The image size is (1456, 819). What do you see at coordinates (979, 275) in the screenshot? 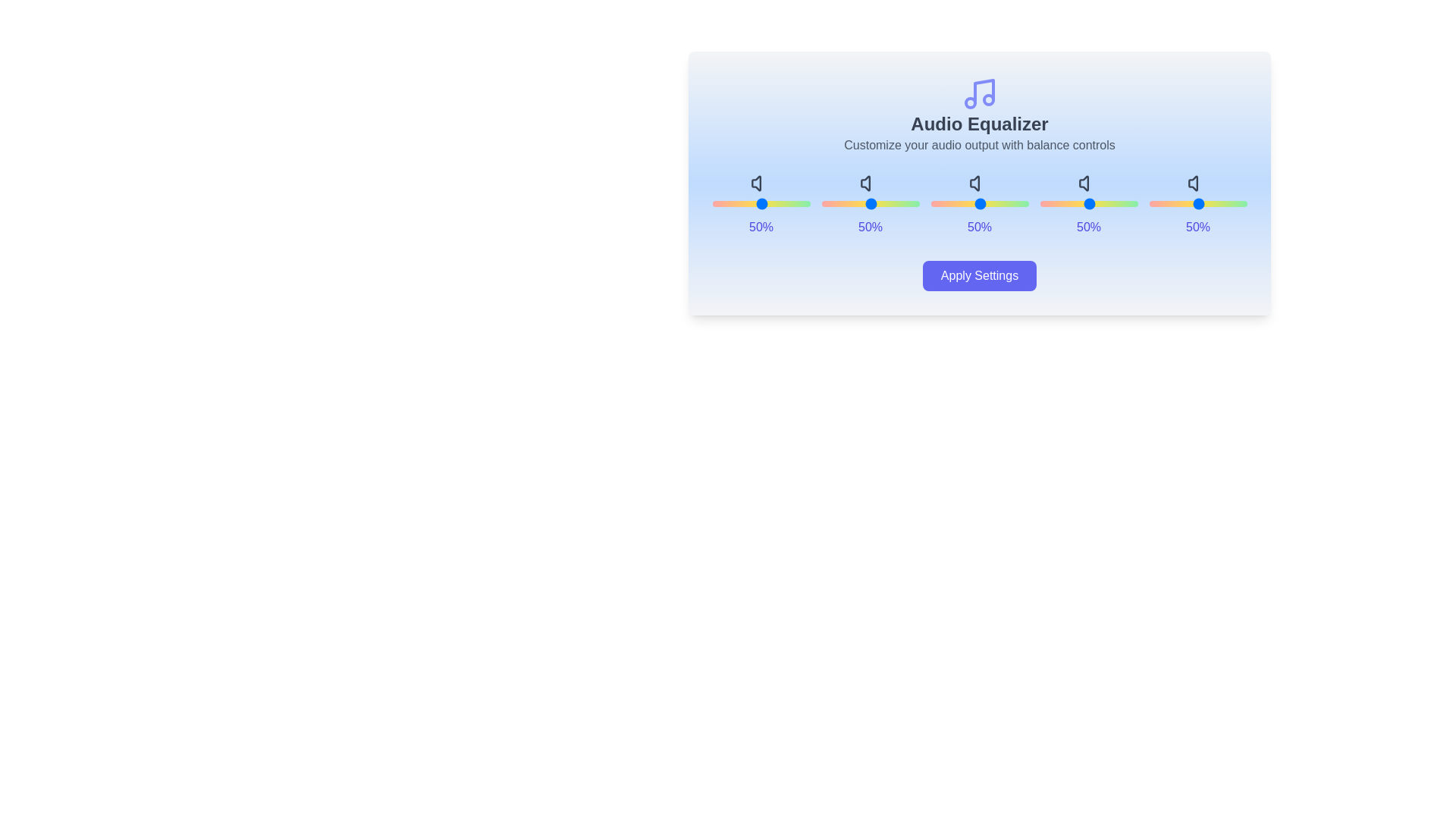
I see `the 'Apply Settings' button` at bounding box center [979, 275].